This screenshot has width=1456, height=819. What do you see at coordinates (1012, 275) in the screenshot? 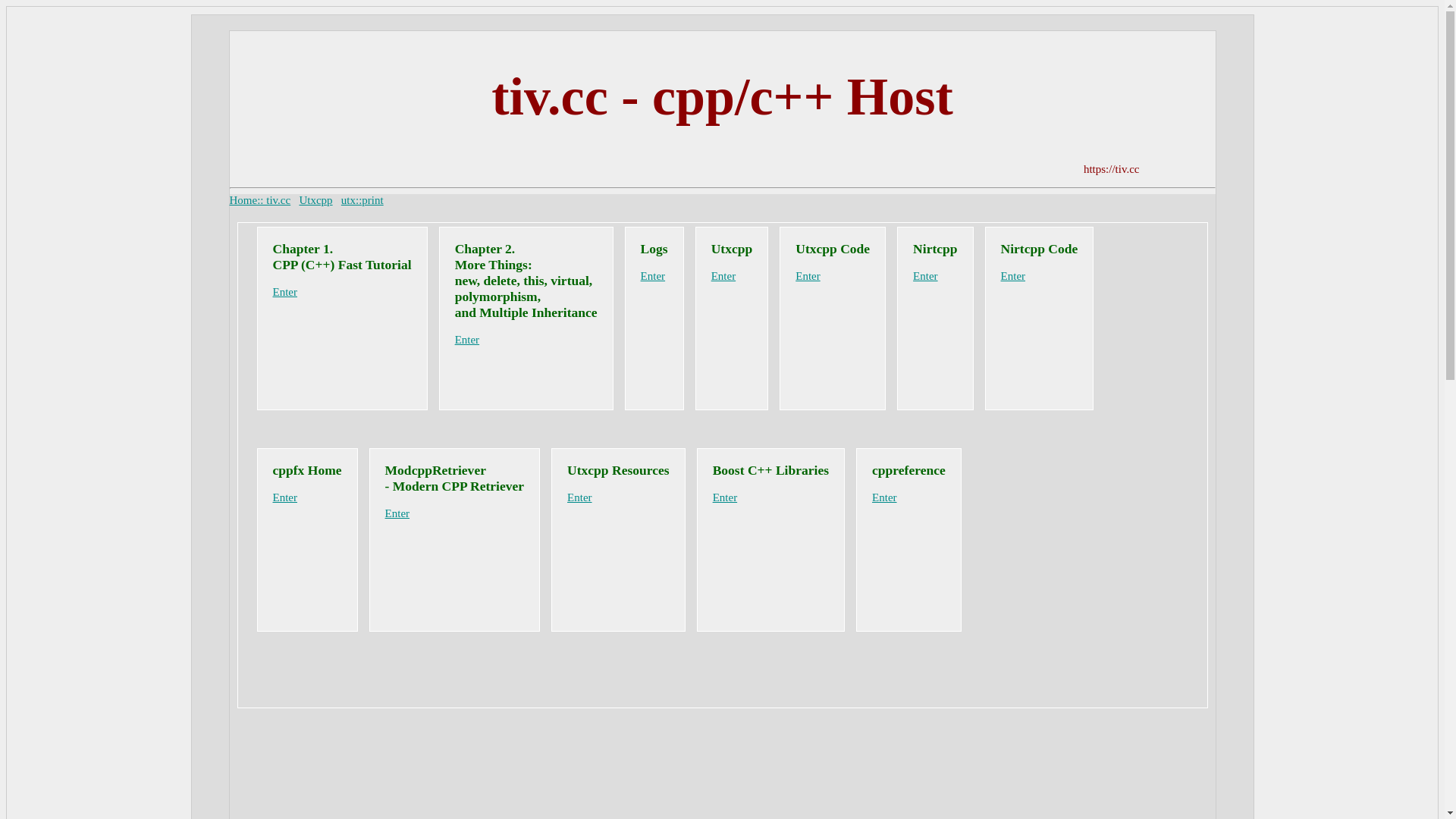
I see `'Enter'` at bounding box center [1012, 275].